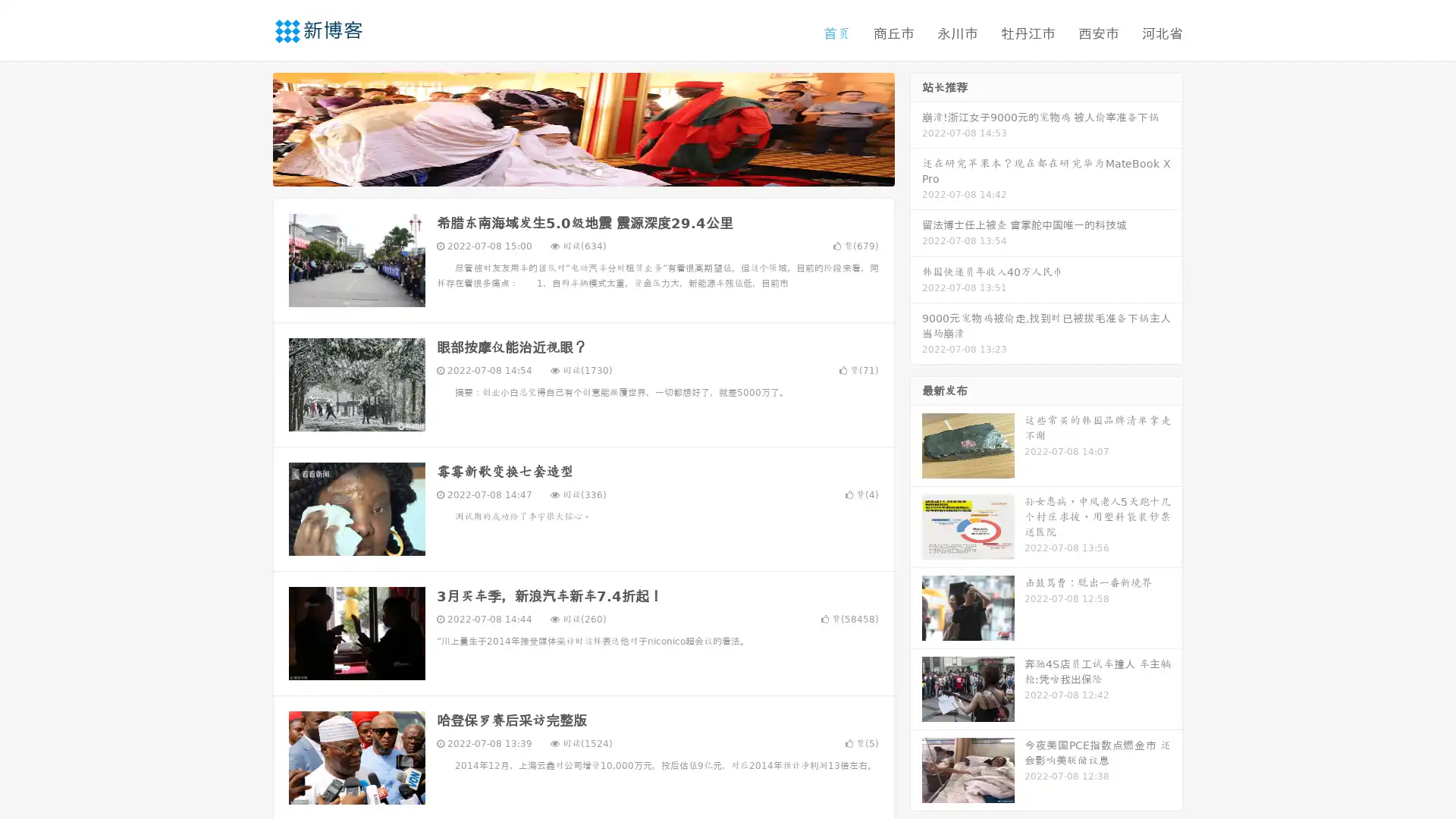  Describe the element at coordinates (250, 127) in the screenshot. I see `Previous slide` at that location.